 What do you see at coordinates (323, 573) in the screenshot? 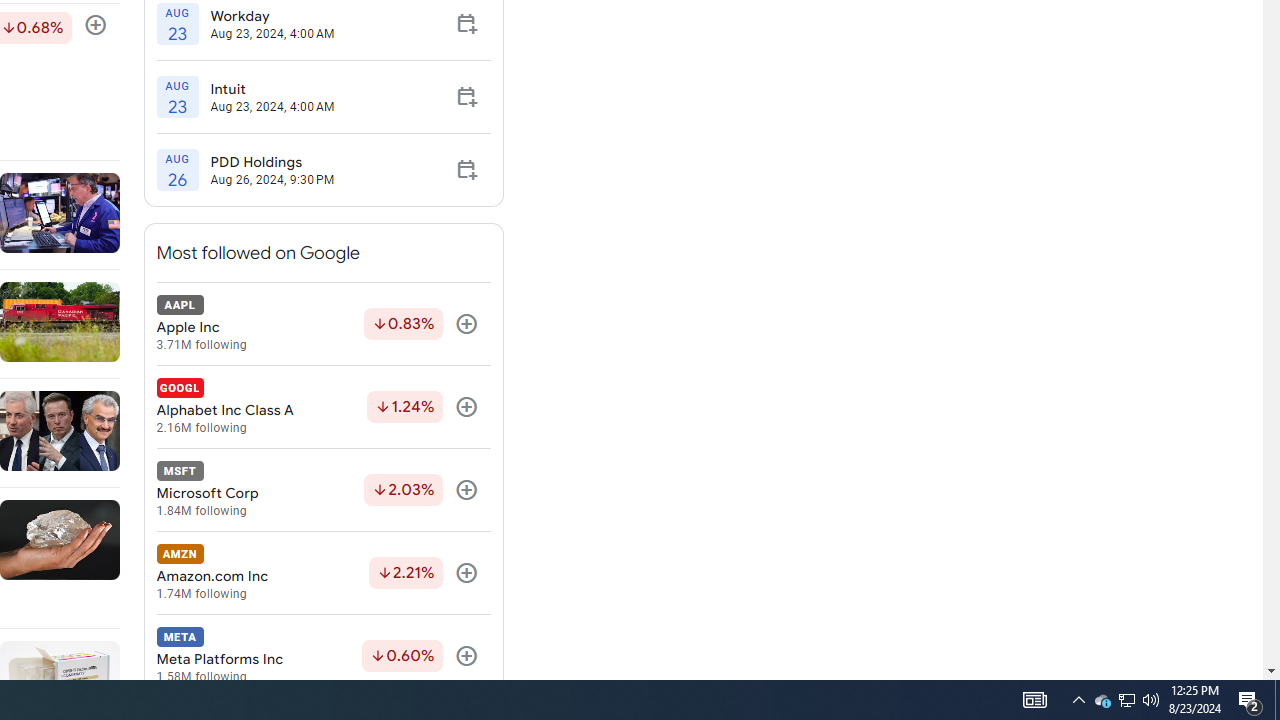
I see `'AMZN Amazon.com Inc 1.74M following Down by 2.21% Follow'` at bounding box center [323, 573].